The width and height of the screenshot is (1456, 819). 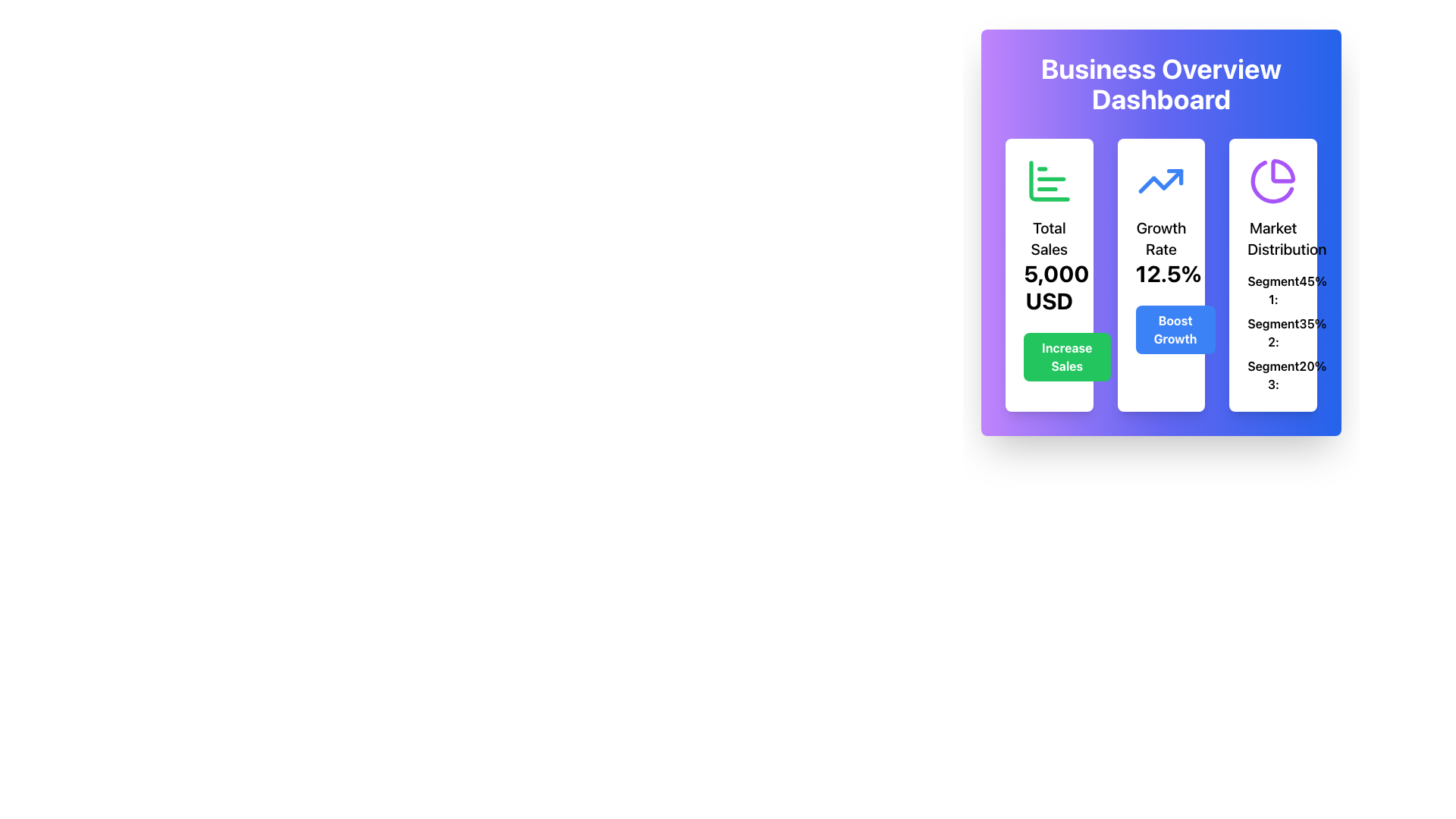 I want to click on the decorative icon representing market distribution, located at the top of the third column above the text 'Market Distribution', so click(x=1273, y=180).